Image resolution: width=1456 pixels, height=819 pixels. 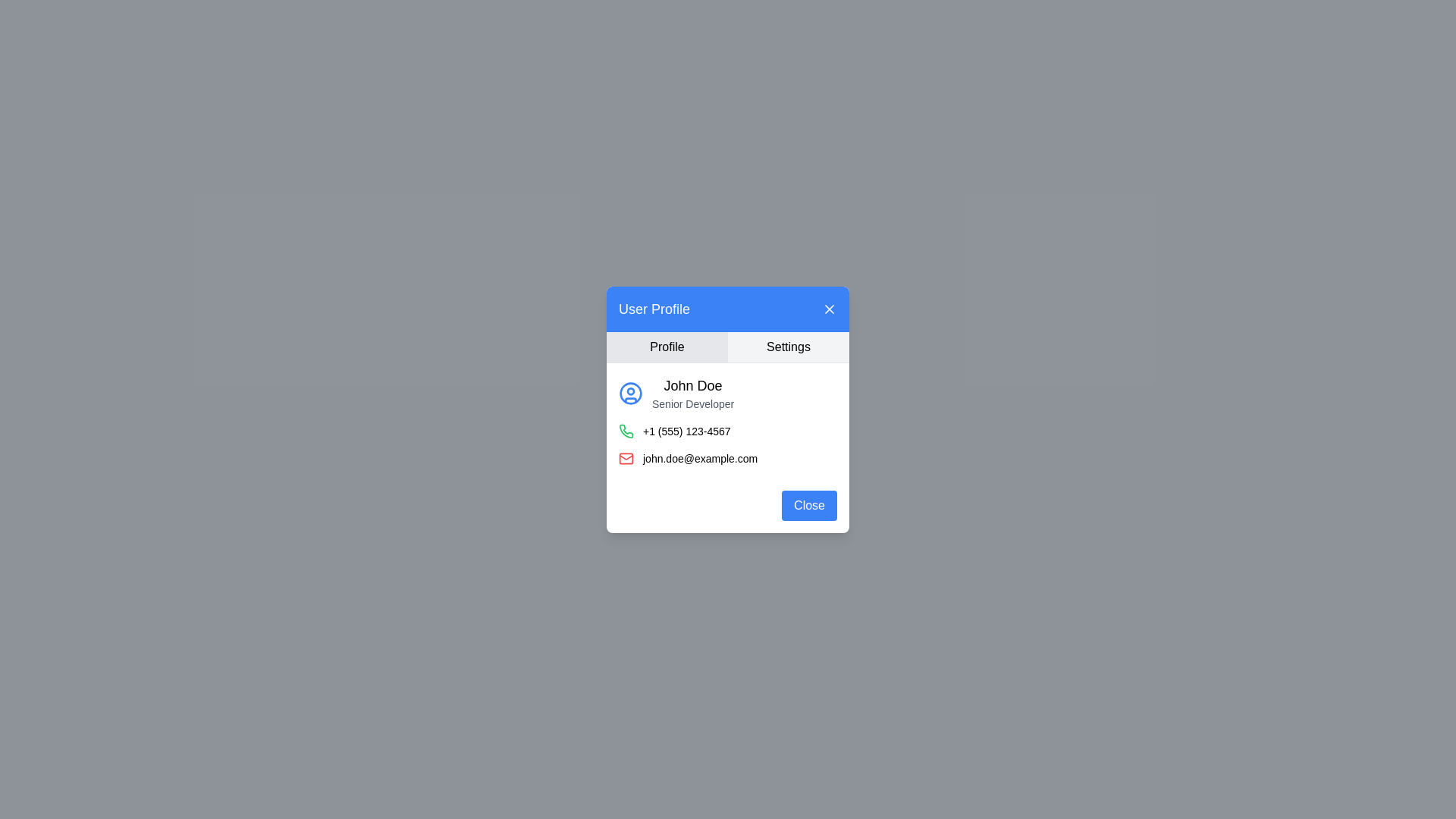 What do you see at coordinates (728, 420) in the screenshot?
I see `the Information display card in the User Profile modal, which contains user details such as name, role, phone number, and email address` at bounding box center [728, 420].